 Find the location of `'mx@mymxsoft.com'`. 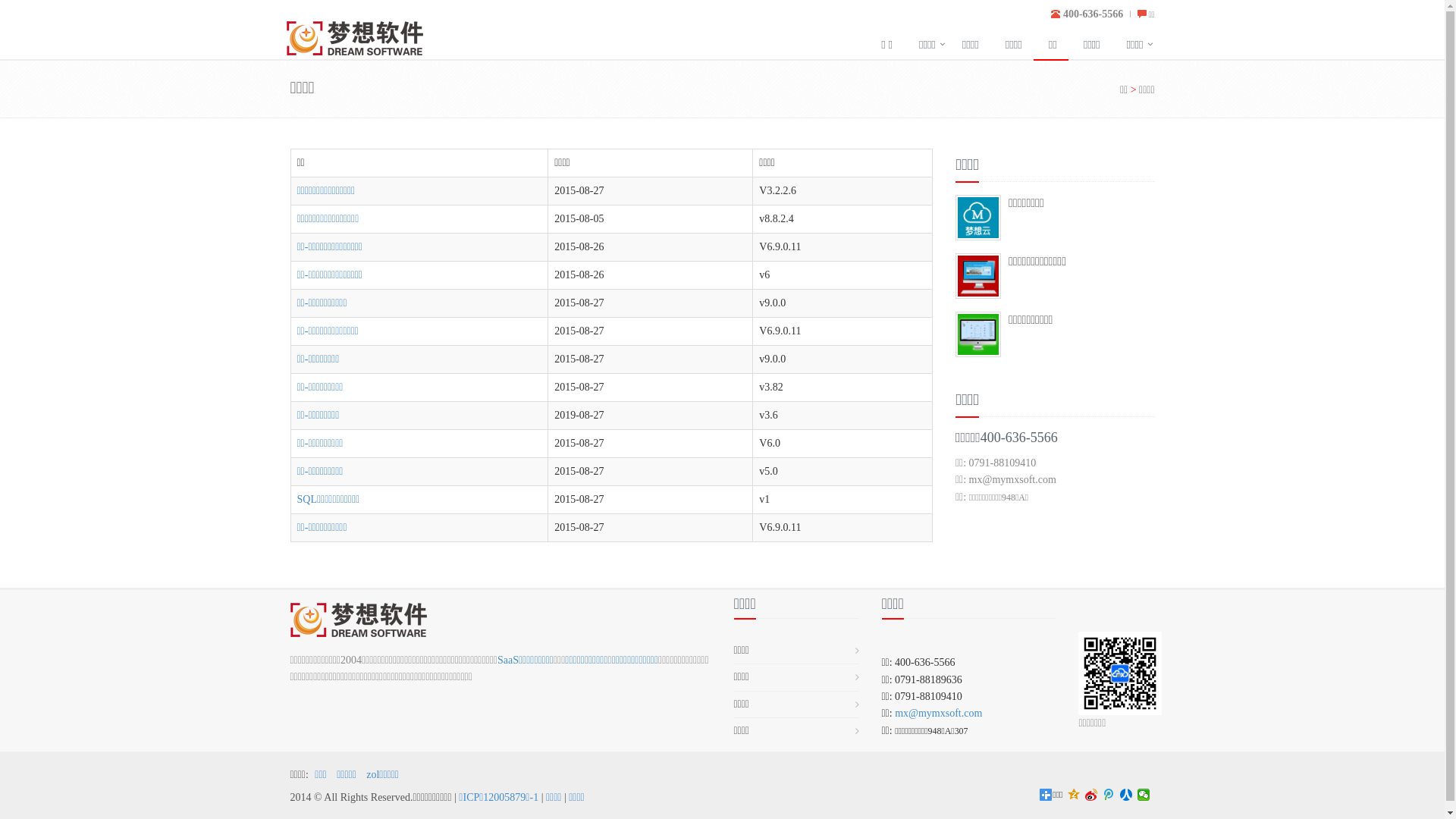

'mx@mymxsoft.com' is located at coordinates (937, 713).